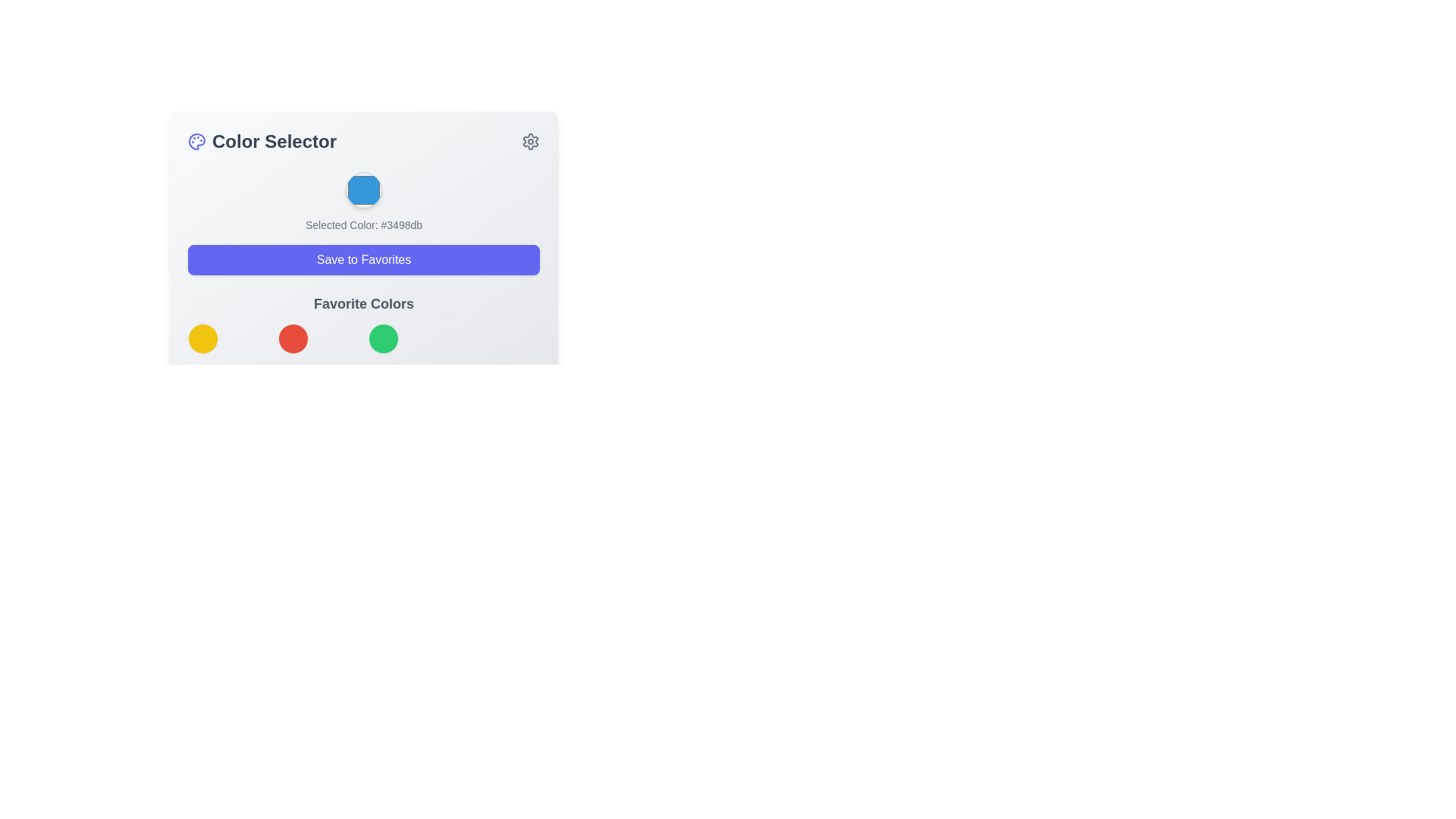 The image size is (1456, 819). I want to click on the third clickable color selection button, which represents the green color option, located beneath the title 'Favorite Colors', so click(364, 338).